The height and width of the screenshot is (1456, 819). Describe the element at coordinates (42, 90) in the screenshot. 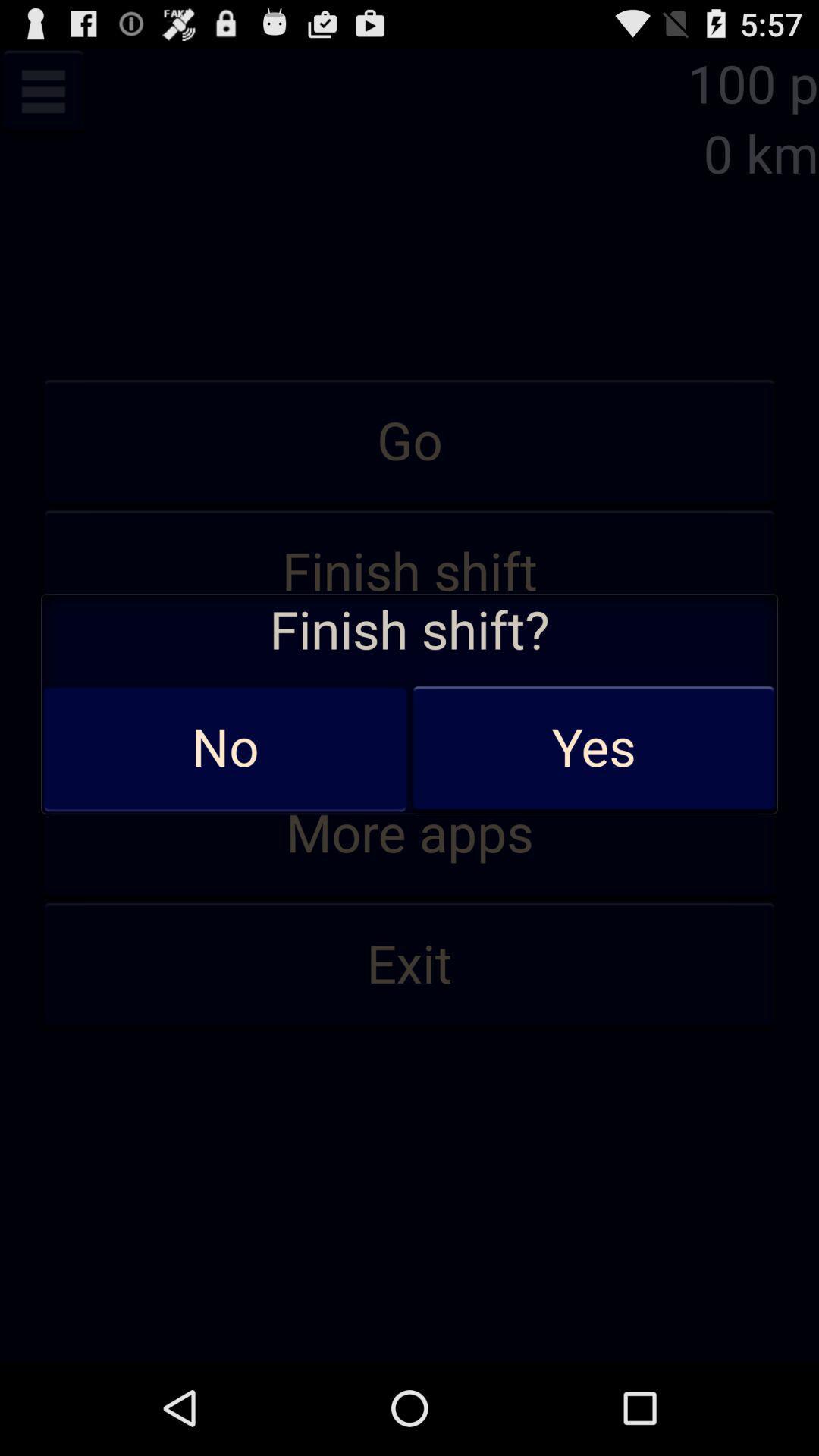

I see `open menu` at that location.